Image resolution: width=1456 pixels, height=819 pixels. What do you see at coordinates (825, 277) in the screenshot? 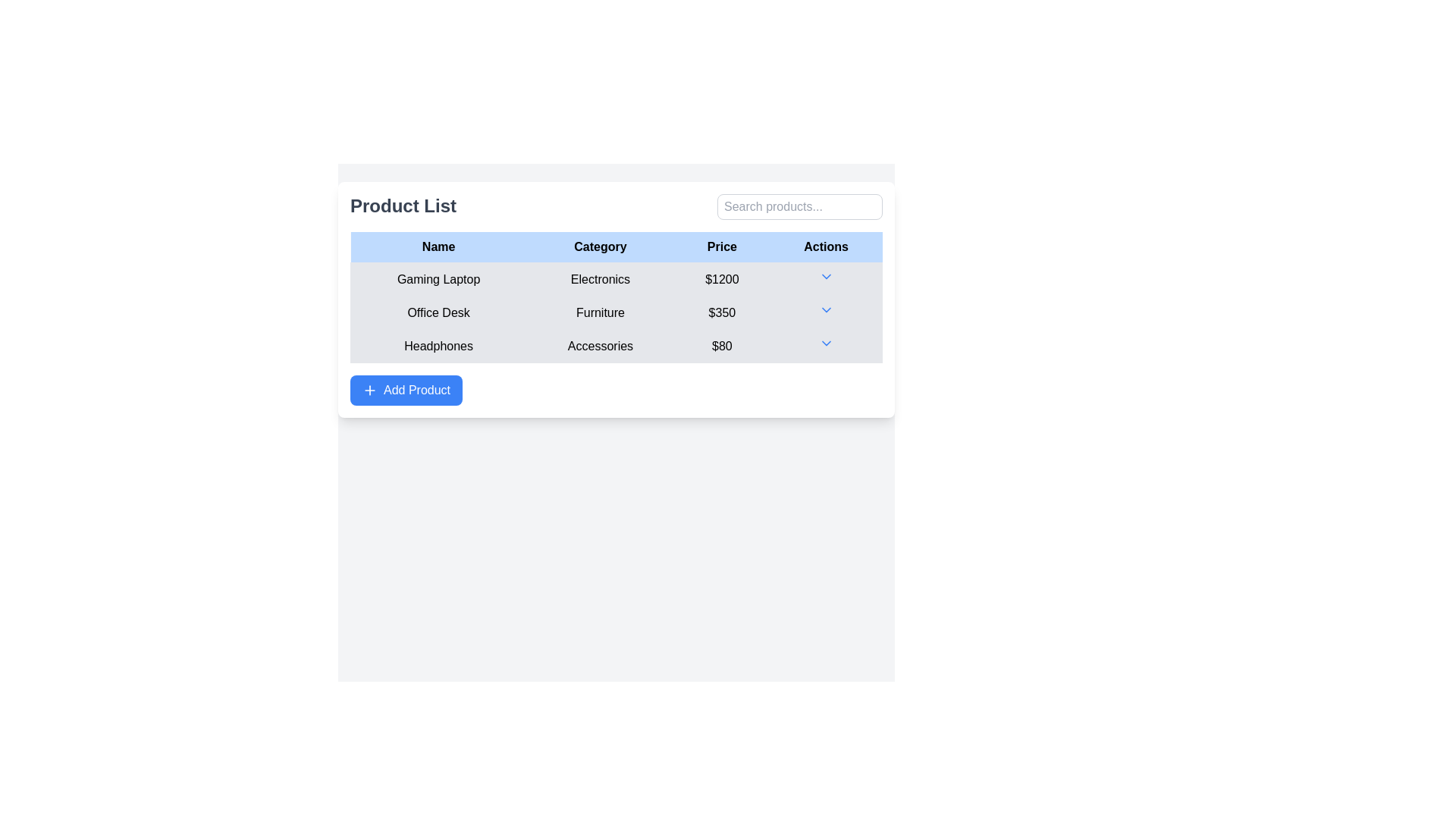
I see `the downward-facing chevron icon` at bounding box center [825, 277].